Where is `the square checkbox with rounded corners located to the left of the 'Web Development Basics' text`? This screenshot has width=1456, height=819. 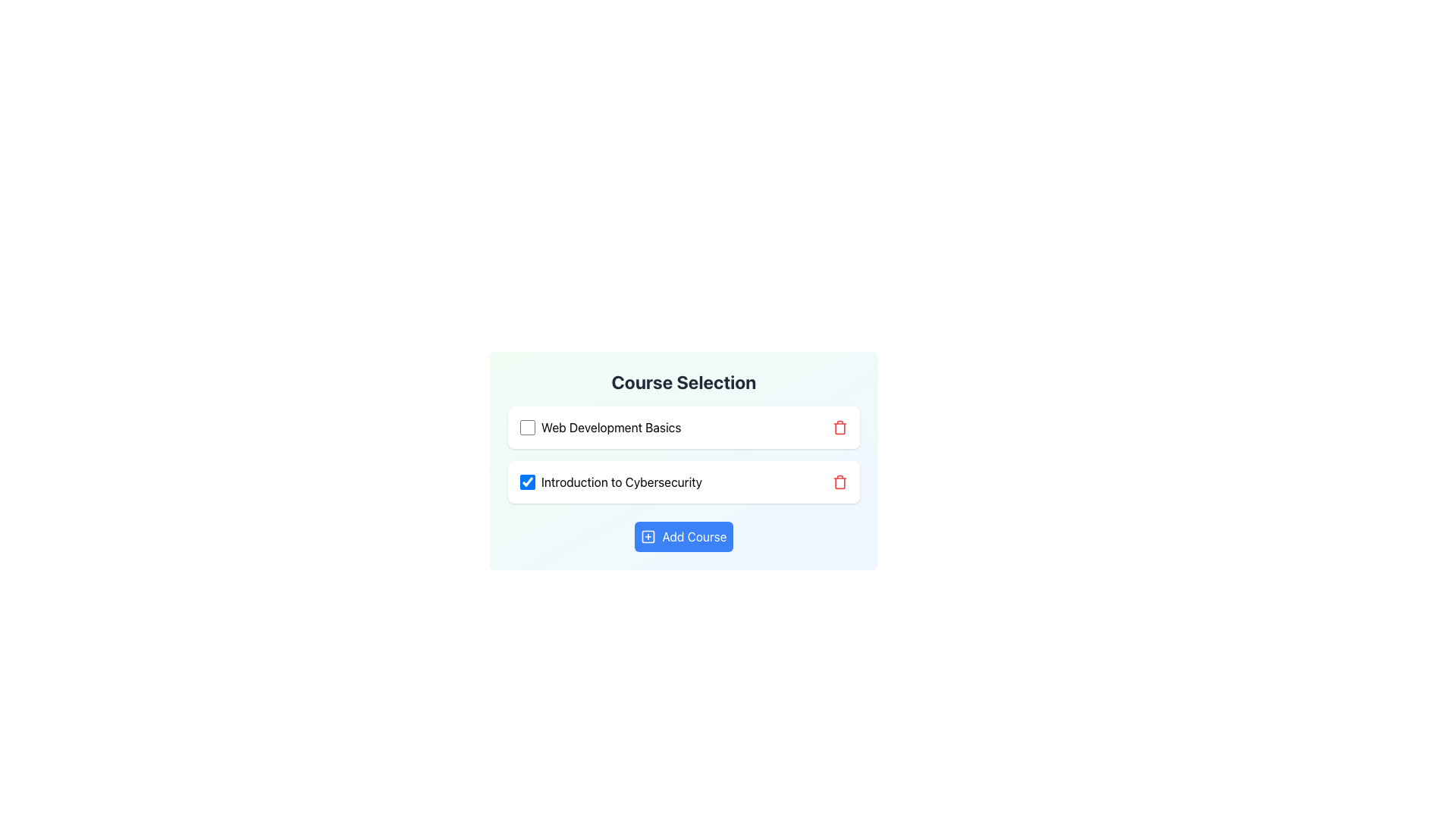 the square checkbox with rounded corners located to the left of the 'Web Development Basics' text is located at coordinates (528, 427).